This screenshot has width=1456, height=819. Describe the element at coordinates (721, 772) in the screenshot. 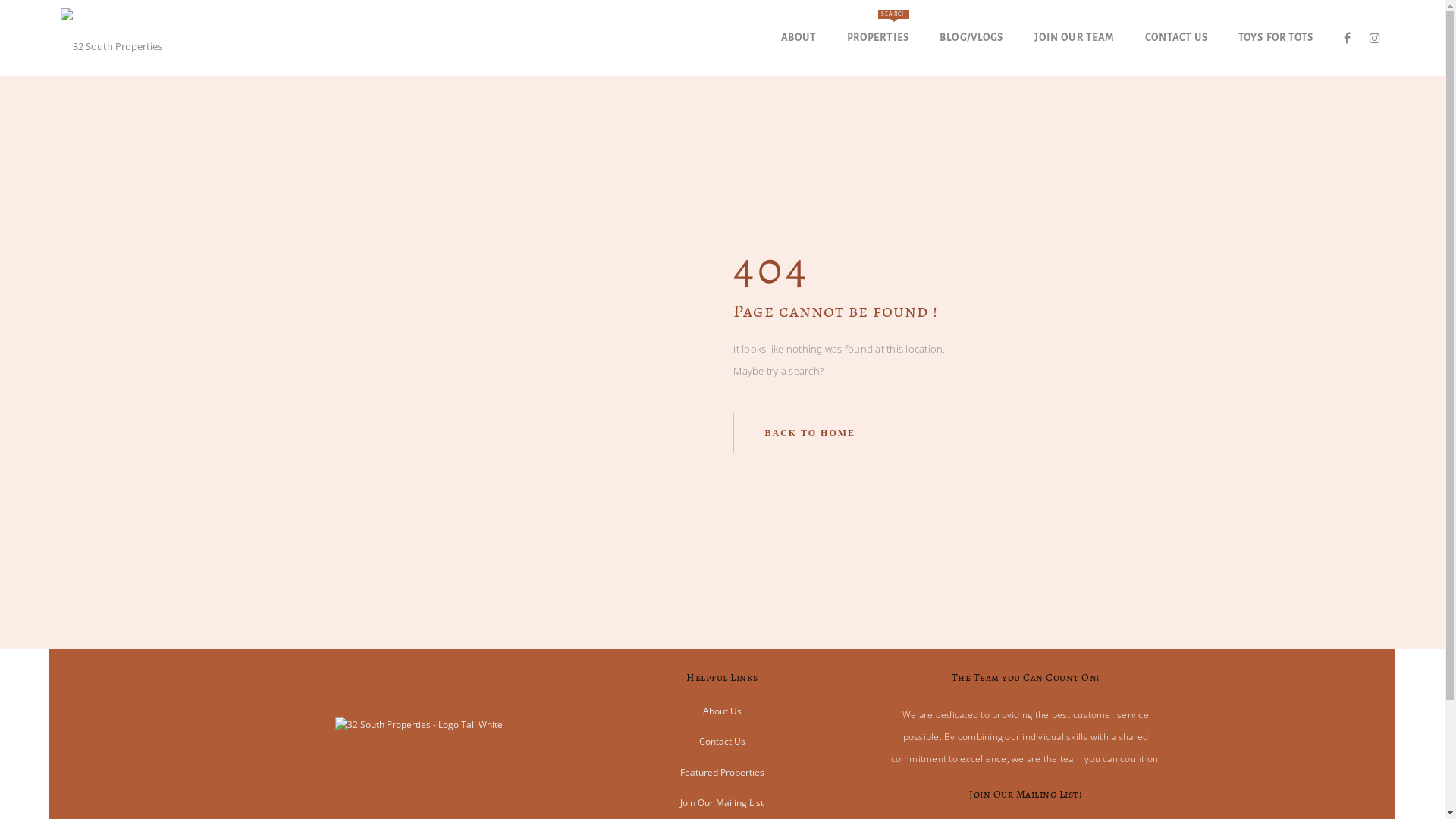

I see `'Featured Properties'` at that location.